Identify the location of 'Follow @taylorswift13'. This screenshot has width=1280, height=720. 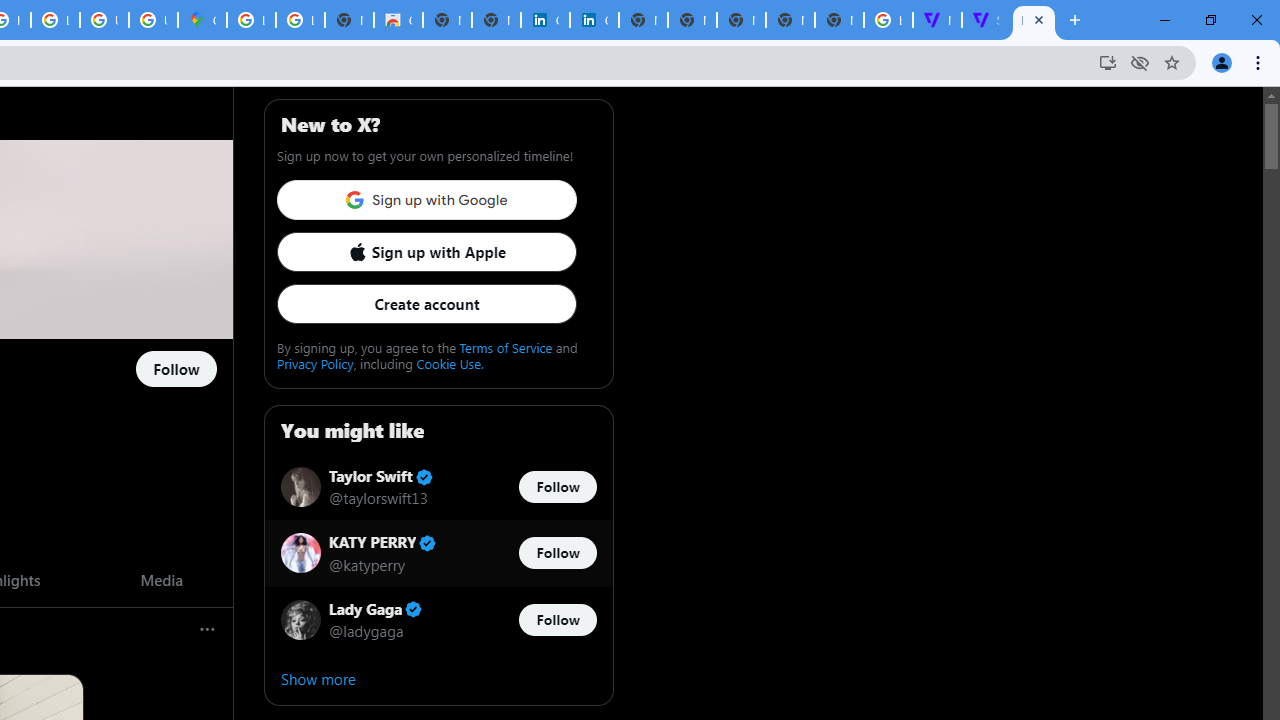
(557, 487).